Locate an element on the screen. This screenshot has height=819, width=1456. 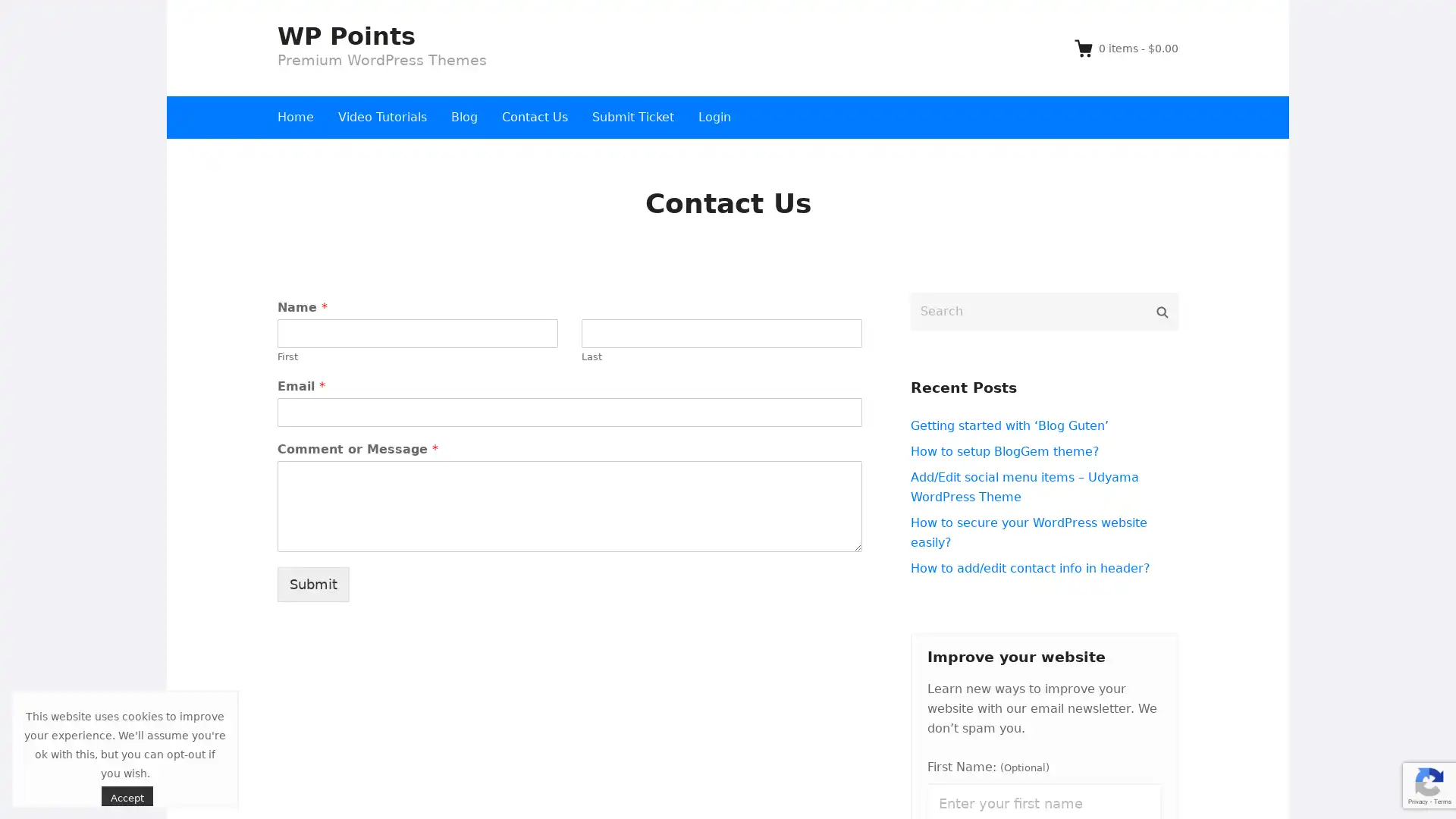
Search is located at coordinates (1161, 311).